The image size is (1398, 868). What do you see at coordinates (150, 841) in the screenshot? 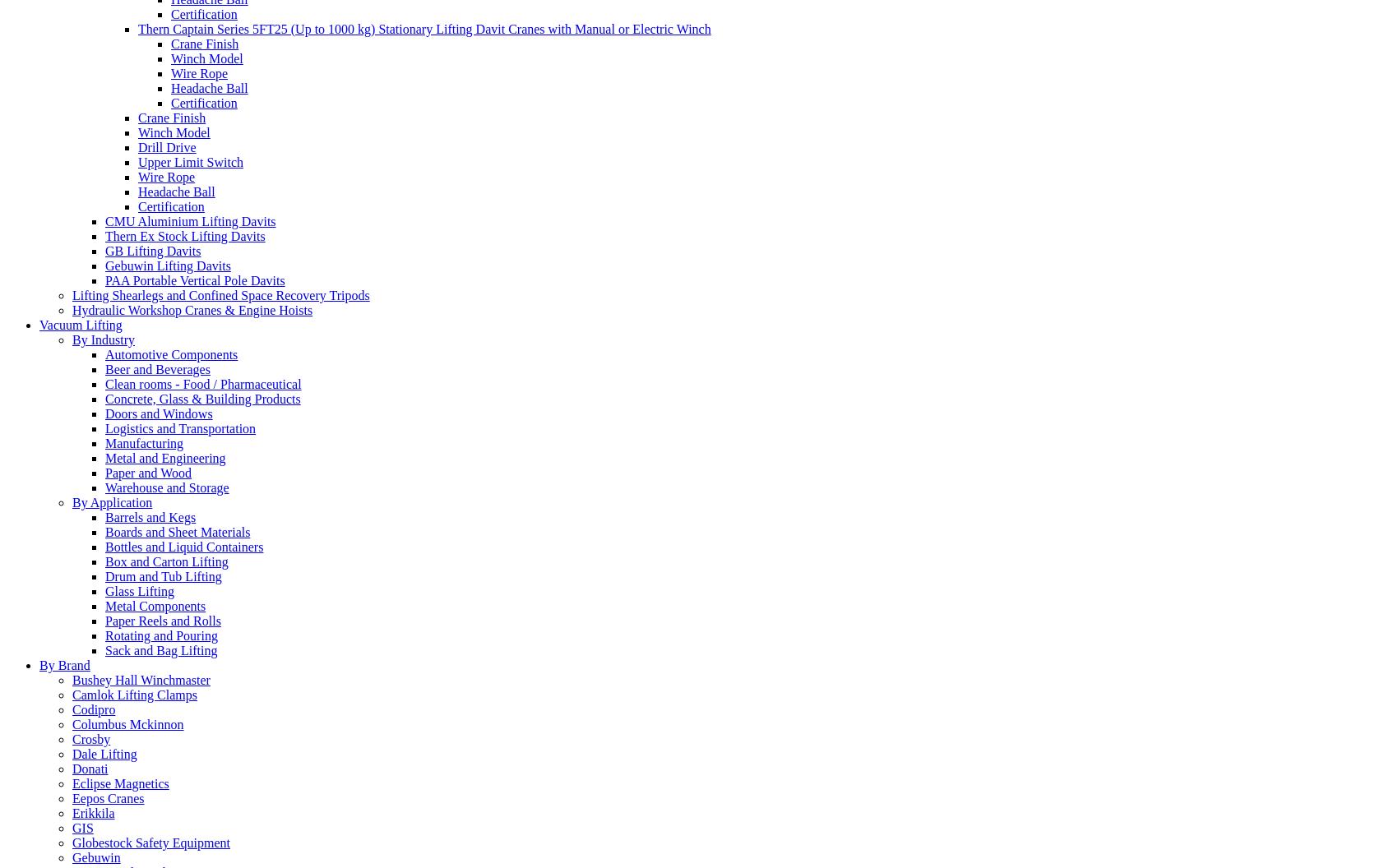
I see `'Globestock Safety Equipment'` at bounding box center [150, 841].